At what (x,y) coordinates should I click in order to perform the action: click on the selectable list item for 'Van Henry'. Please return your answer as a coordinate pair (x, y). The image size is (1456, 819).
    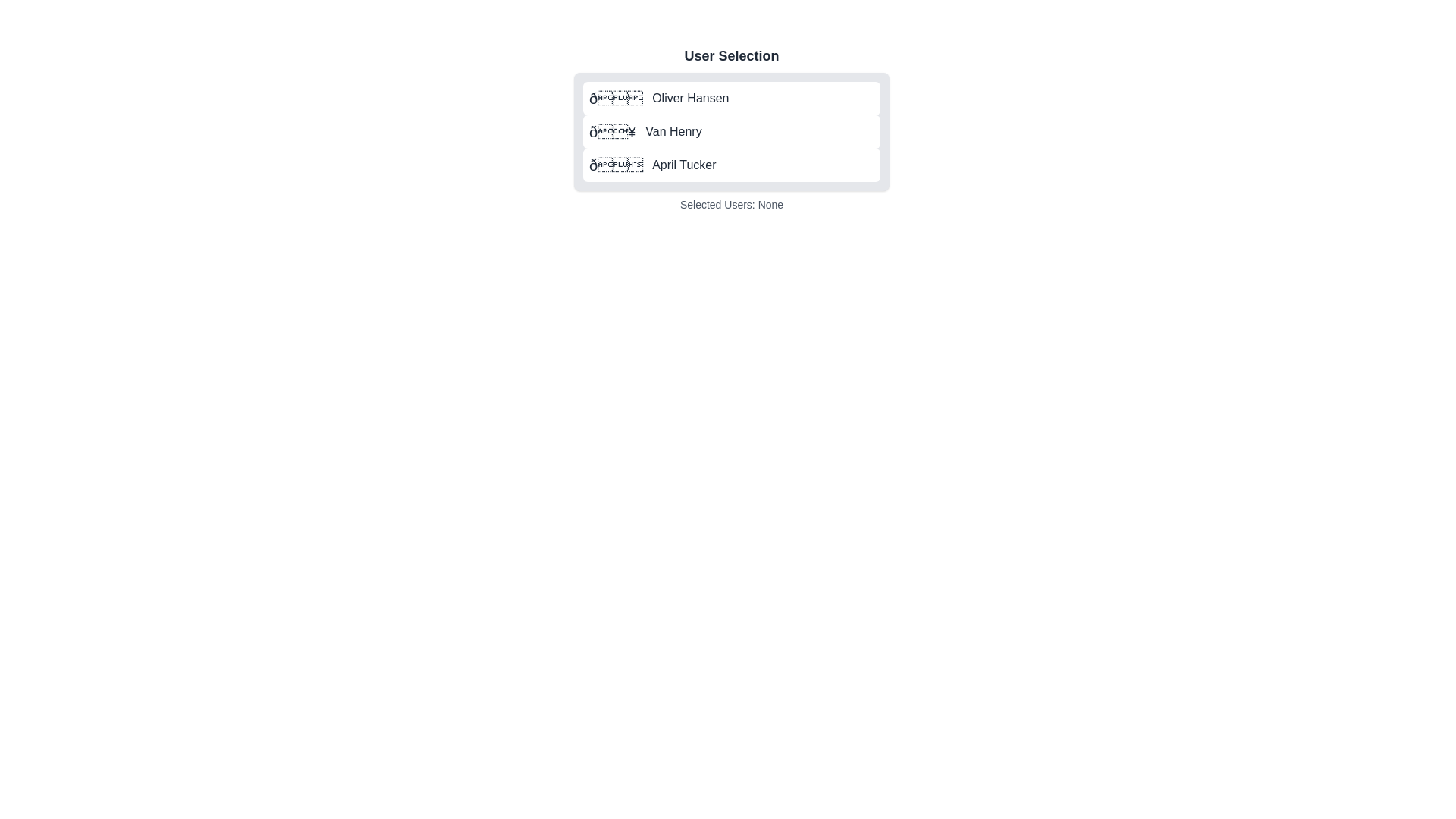
    Looking at the image, I should click on (731, 130).